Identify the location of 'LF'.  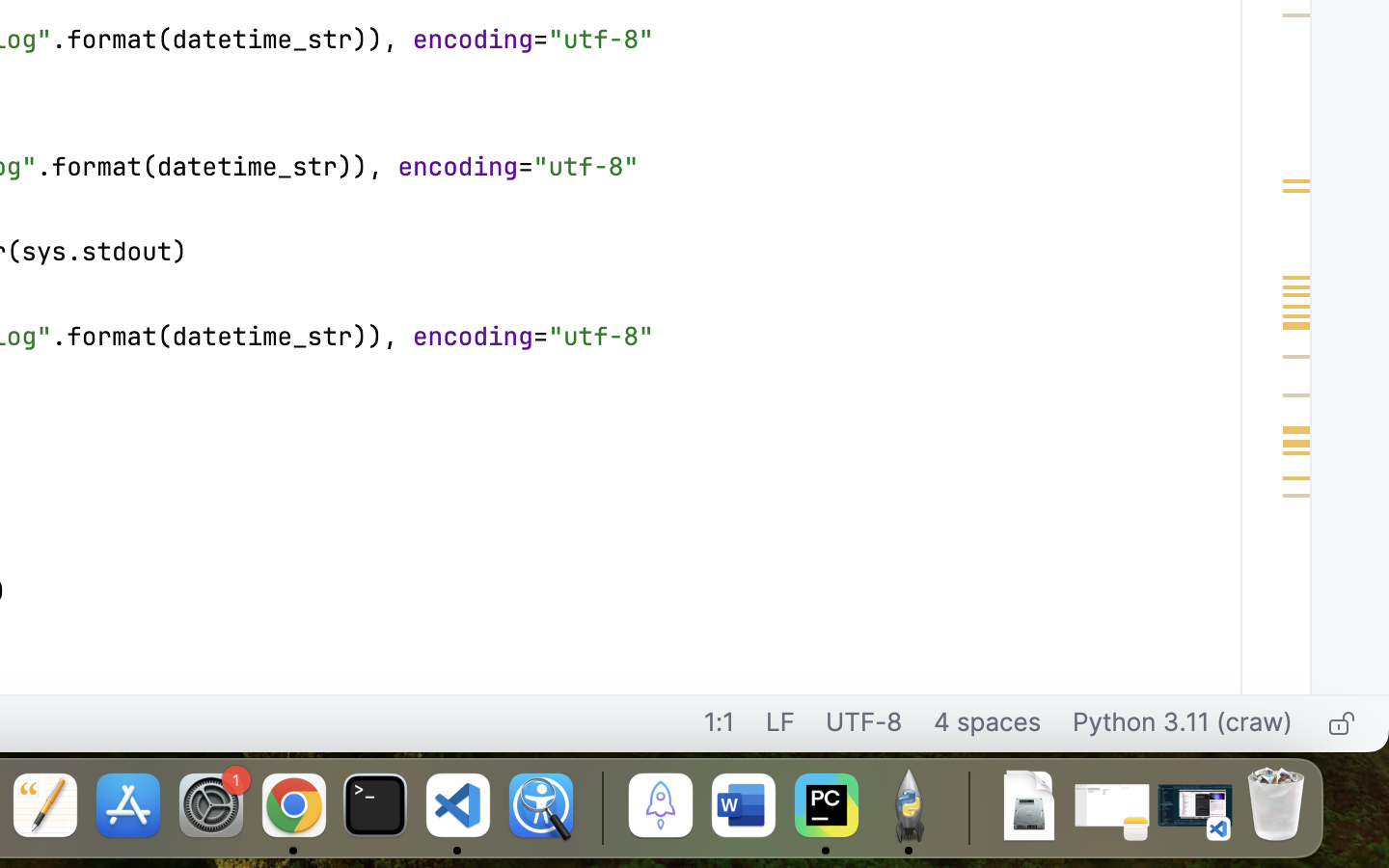
(779, 722).